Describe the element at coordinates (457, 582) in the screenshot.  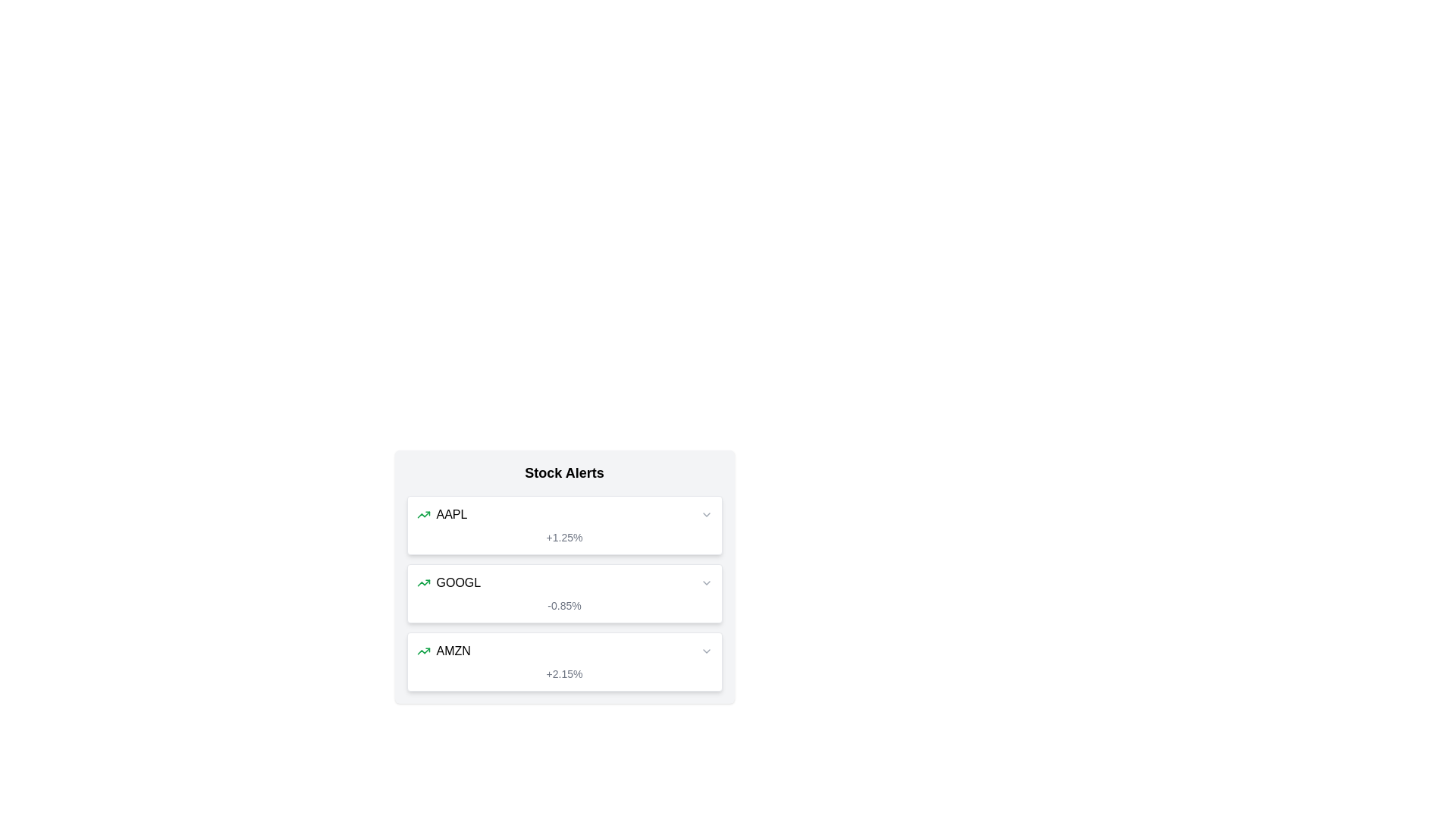
I see `the 'GOOGL' text label in the second row of the 'Stock Alerts' box, which is styled in a medium-weight font and located next to a green trend icon` at that location.